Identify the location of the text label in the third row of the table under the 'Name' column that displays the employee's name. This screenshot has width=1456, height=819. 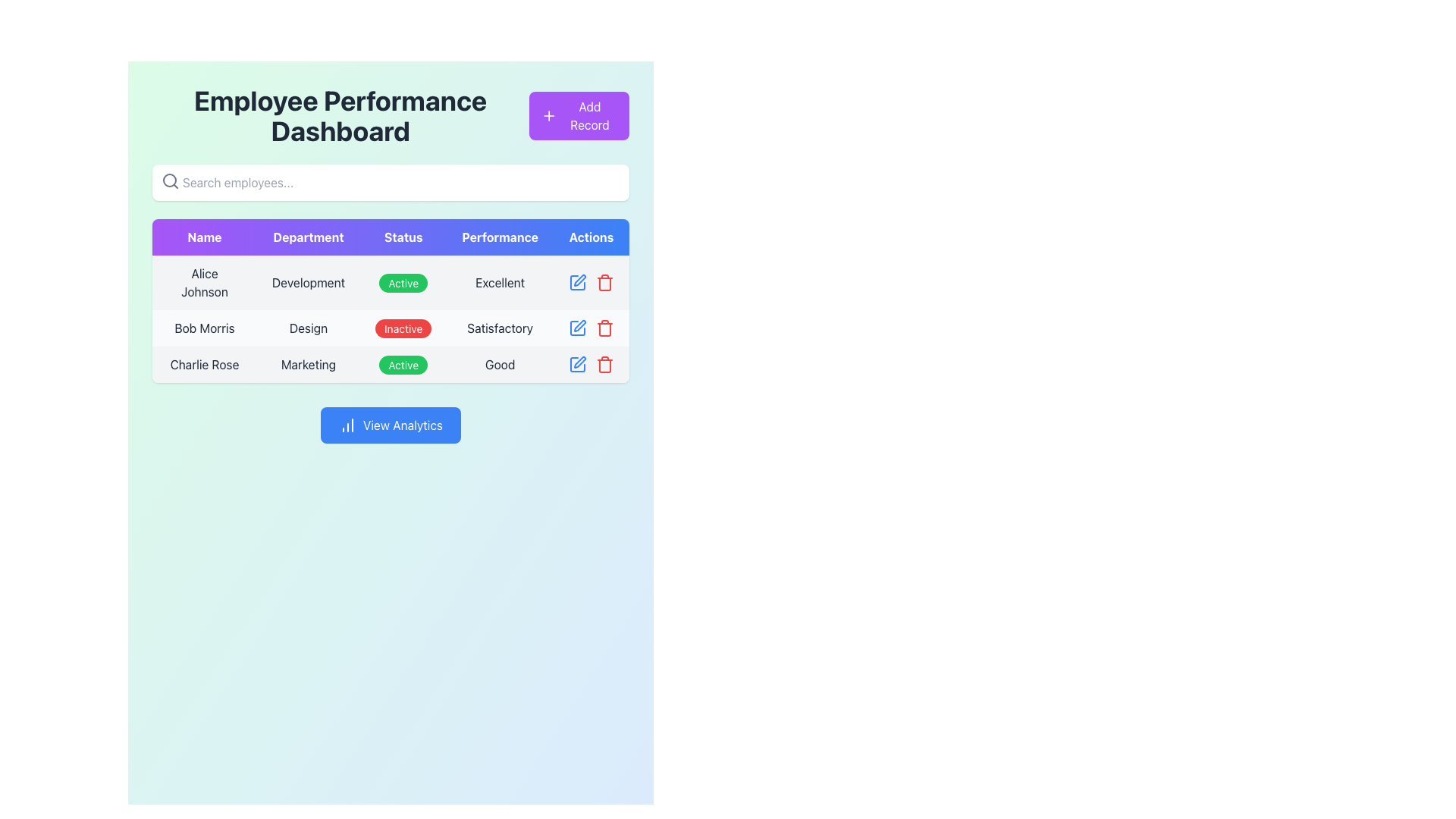
(203, 365).